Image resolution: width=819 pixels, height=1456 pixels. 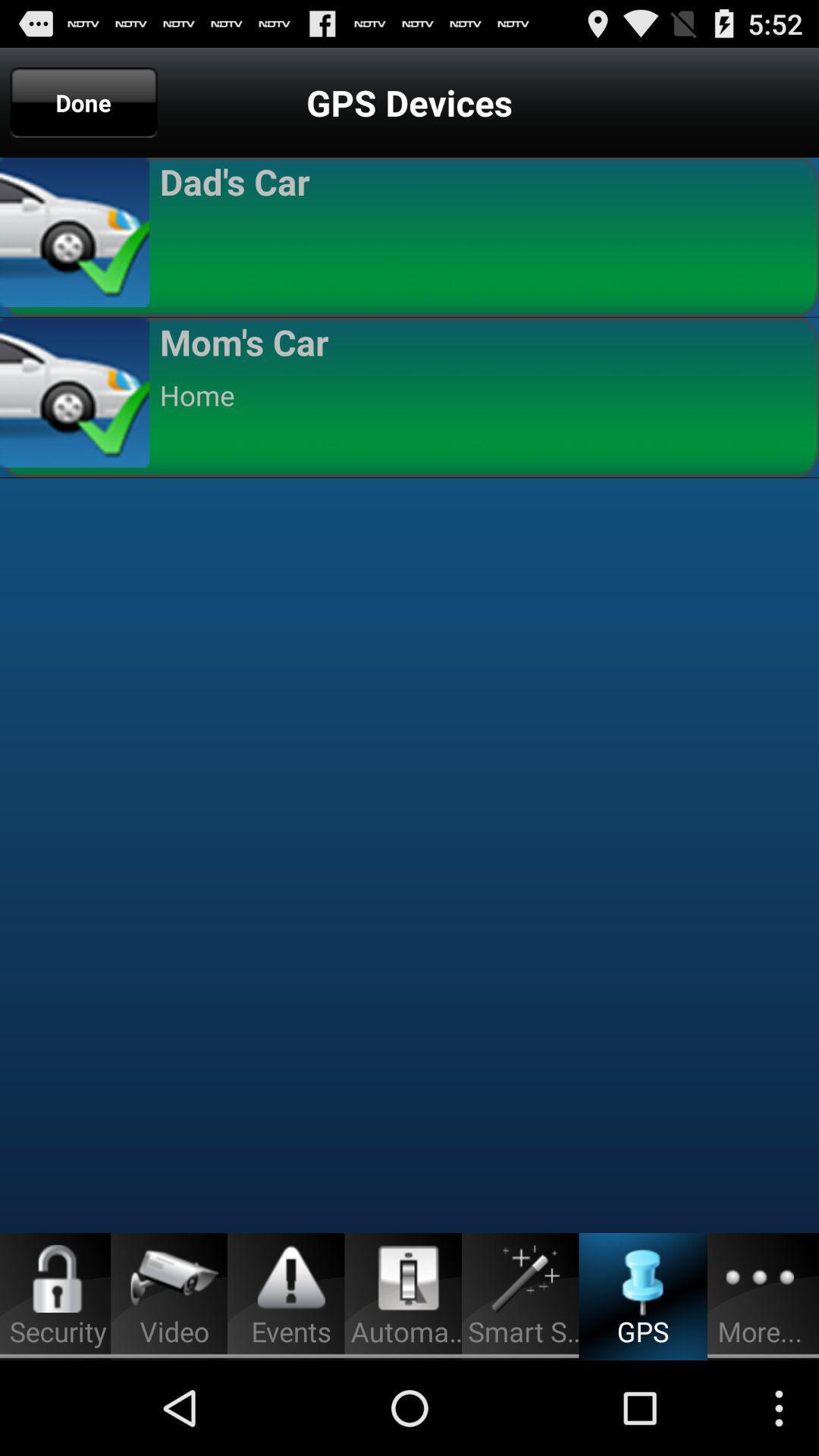 I want to click on the item above the mom's car icon, so click(x=482, y=234).